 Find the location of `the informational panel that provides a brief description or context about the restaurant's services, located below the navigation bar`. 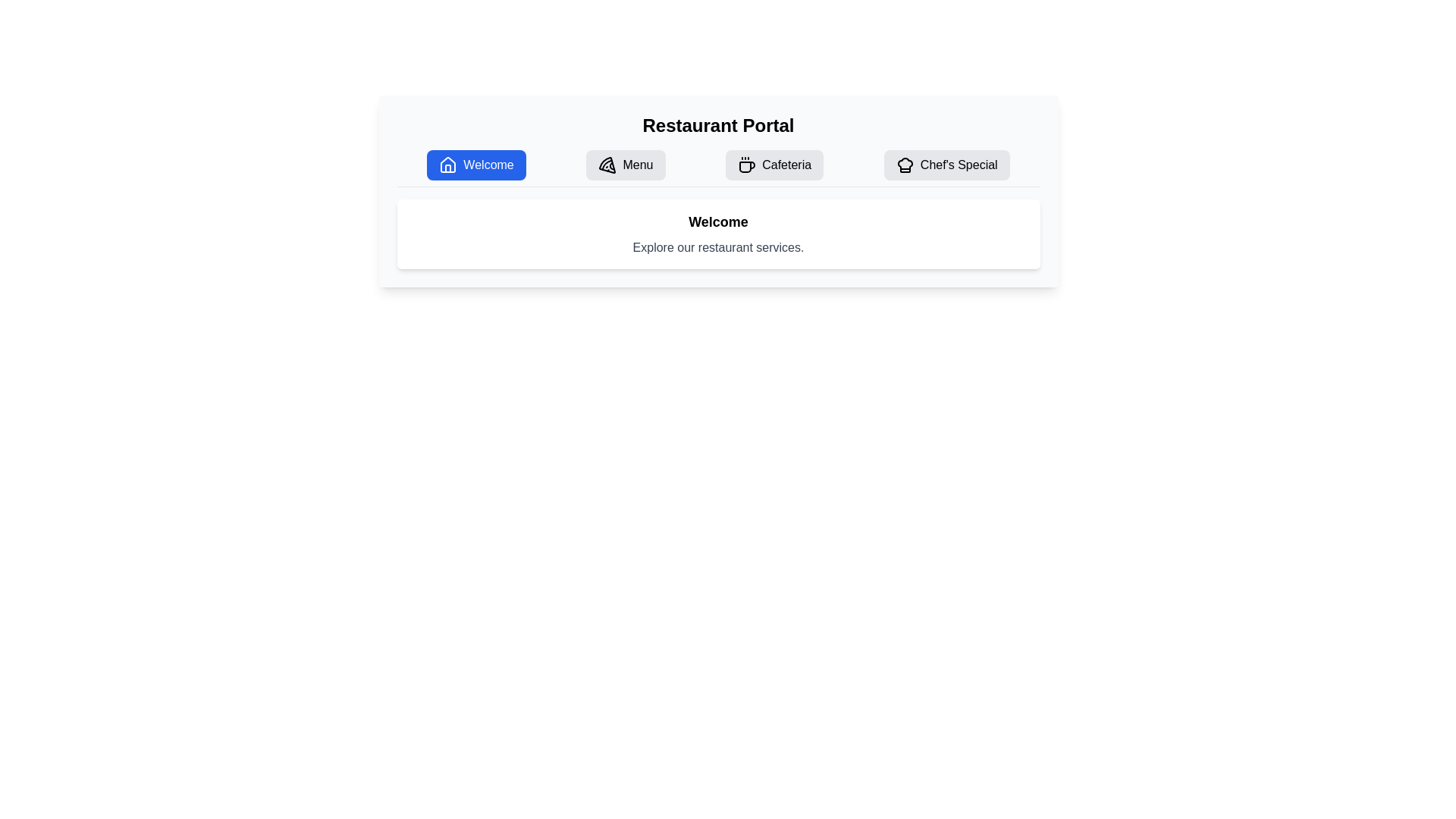

the informational panel that provides a brief description or context about the restaurant's services, located below the navigation bar is located at coordinates (717, 234).